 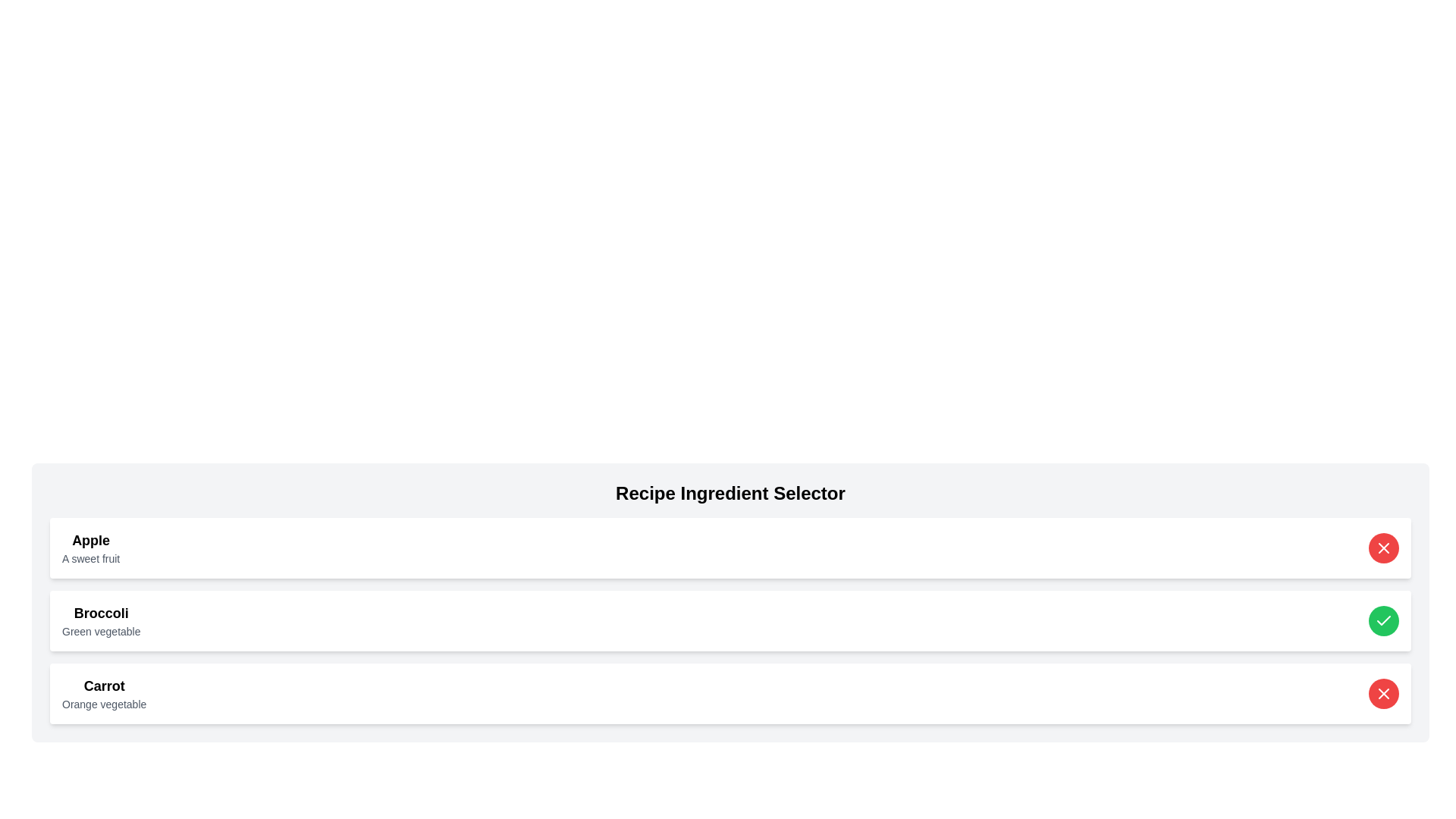 I want to click on the checkmark icon located in the right section of the 'Broccoli' list item to confirm selection, so click(x=1383, y=620).